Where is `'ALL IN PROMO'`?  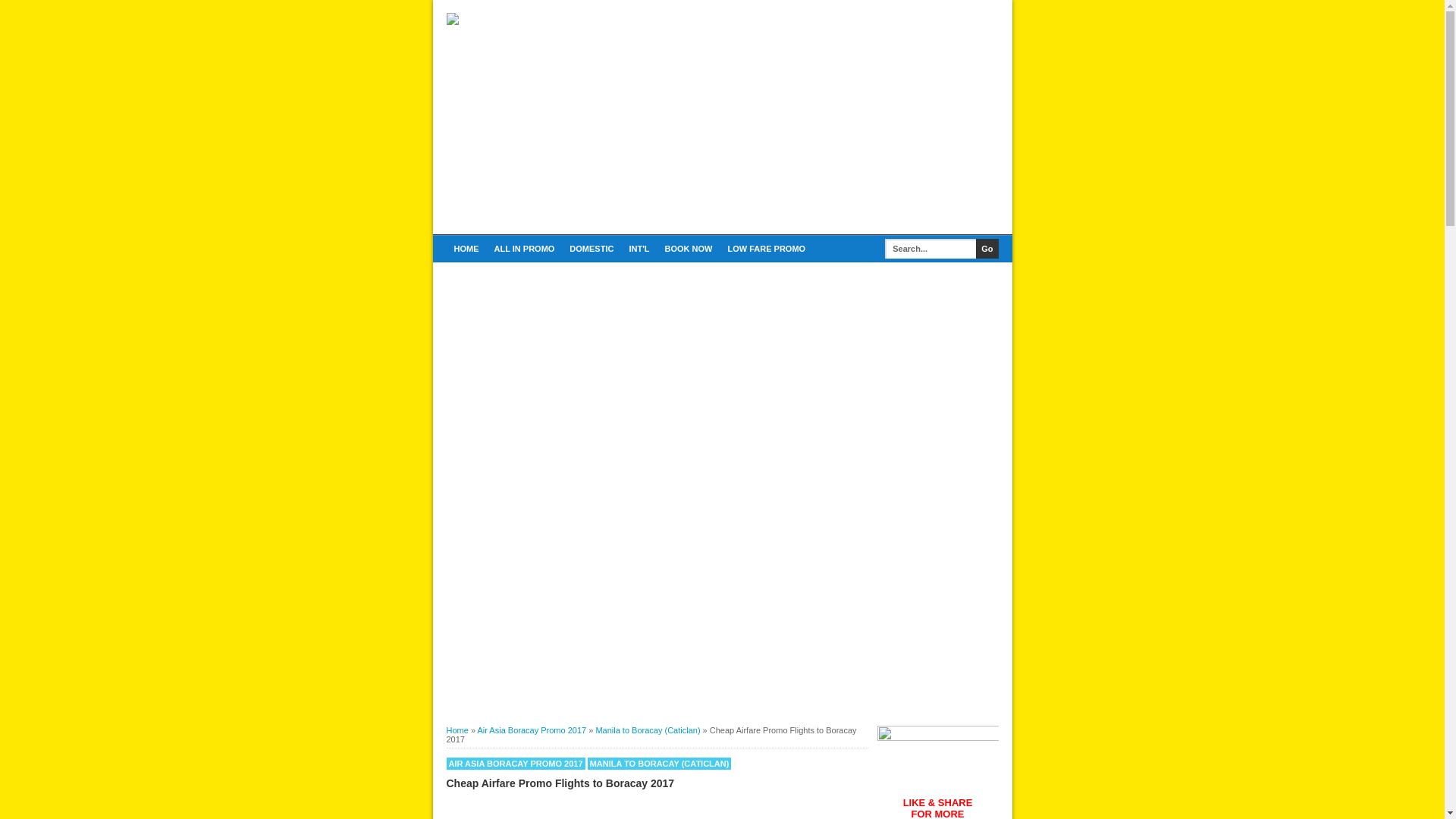
'ALL IN PROMO' is located at coordinates (524, 247).